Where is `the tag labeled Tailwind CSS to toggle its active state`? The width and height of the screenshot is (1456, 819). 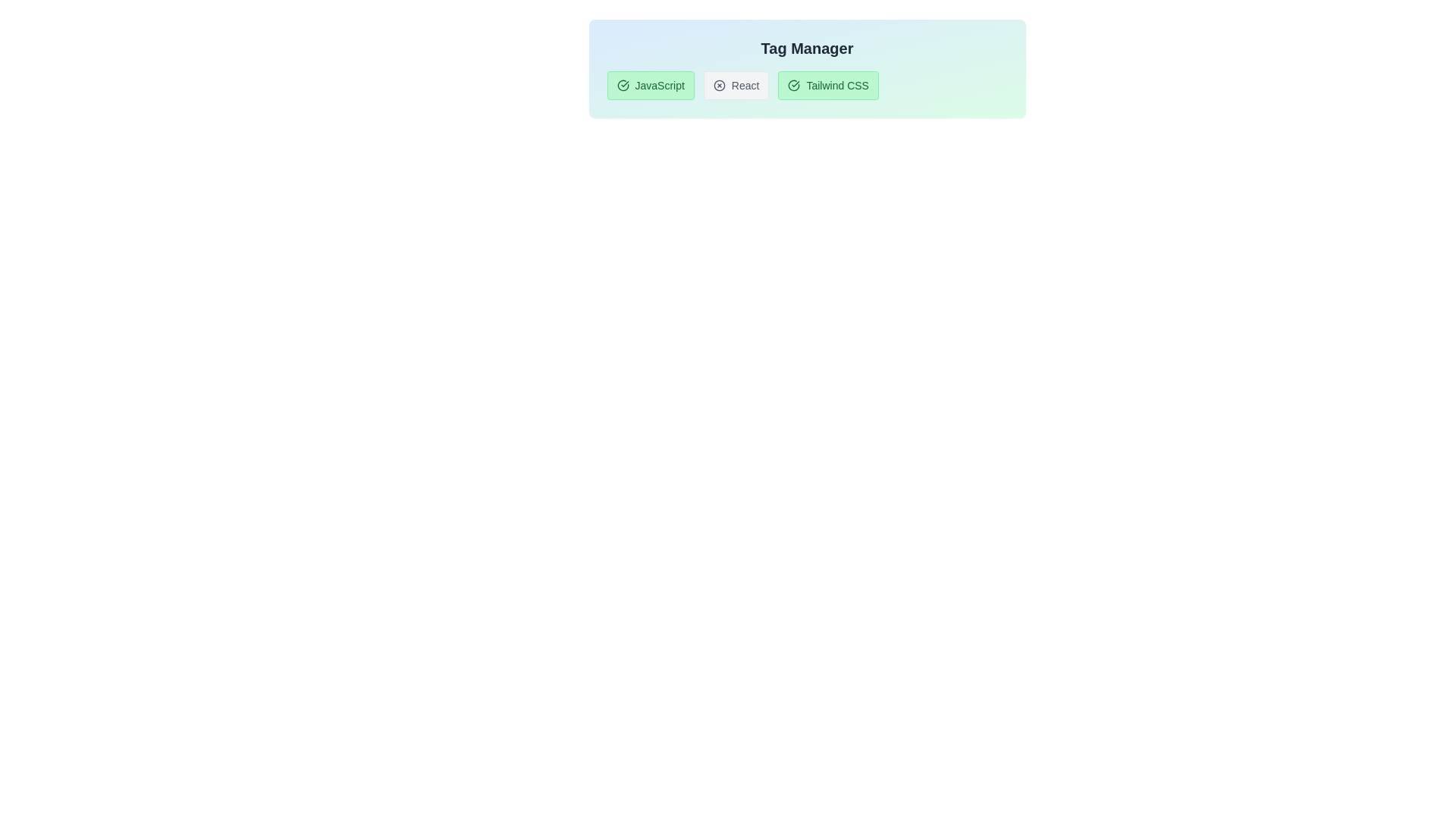 the tag labeled Tailwind CSS to toggle its active state is located at coordinates (827, 85).